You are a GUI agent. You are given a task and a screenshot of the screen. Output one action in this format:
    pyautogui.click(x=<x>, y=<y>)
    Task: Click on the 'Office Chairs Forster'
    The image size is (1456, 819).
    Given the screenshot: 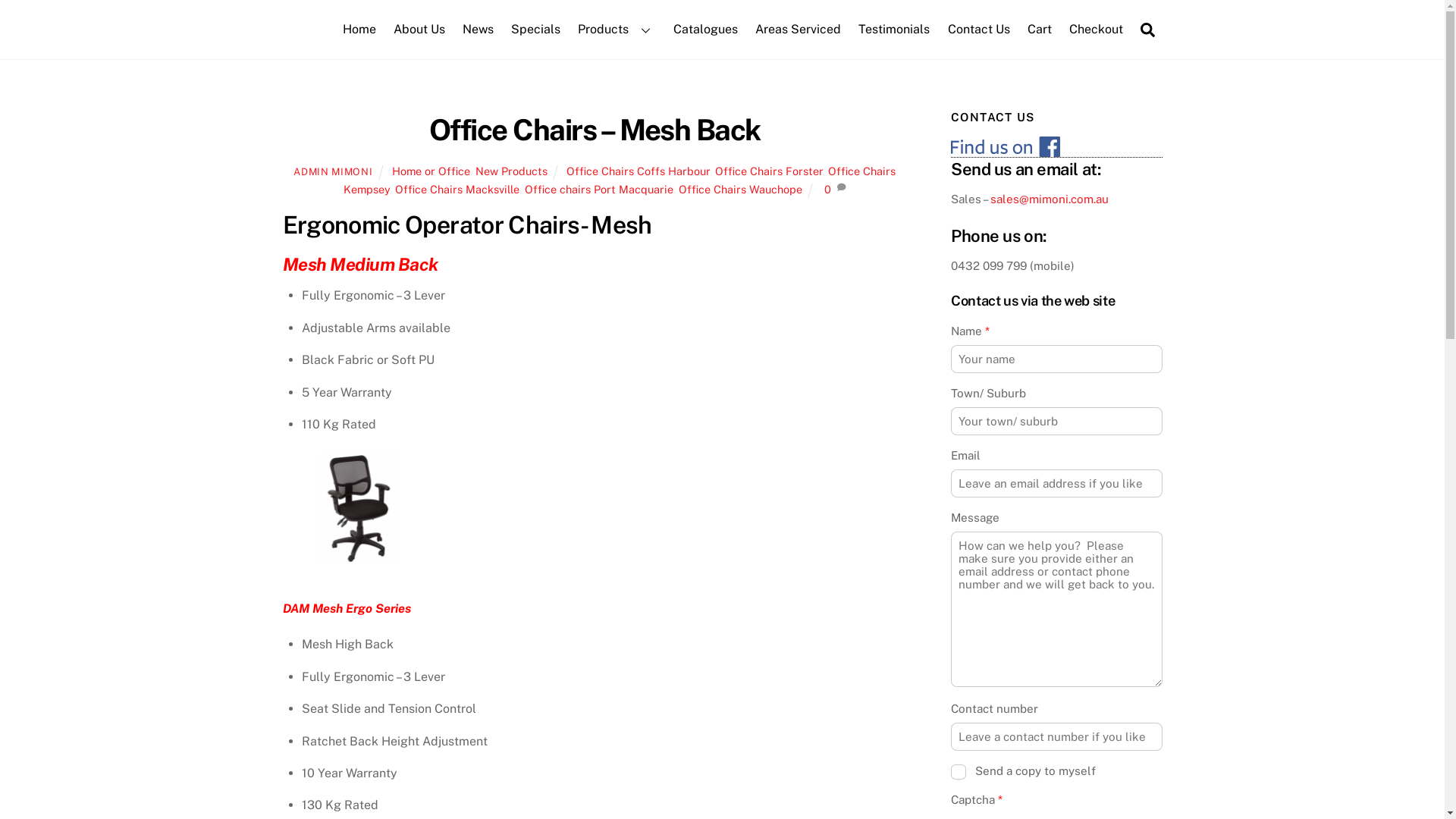 What is the action you would take?
    pyautogui.click(x=768, y=171)
    